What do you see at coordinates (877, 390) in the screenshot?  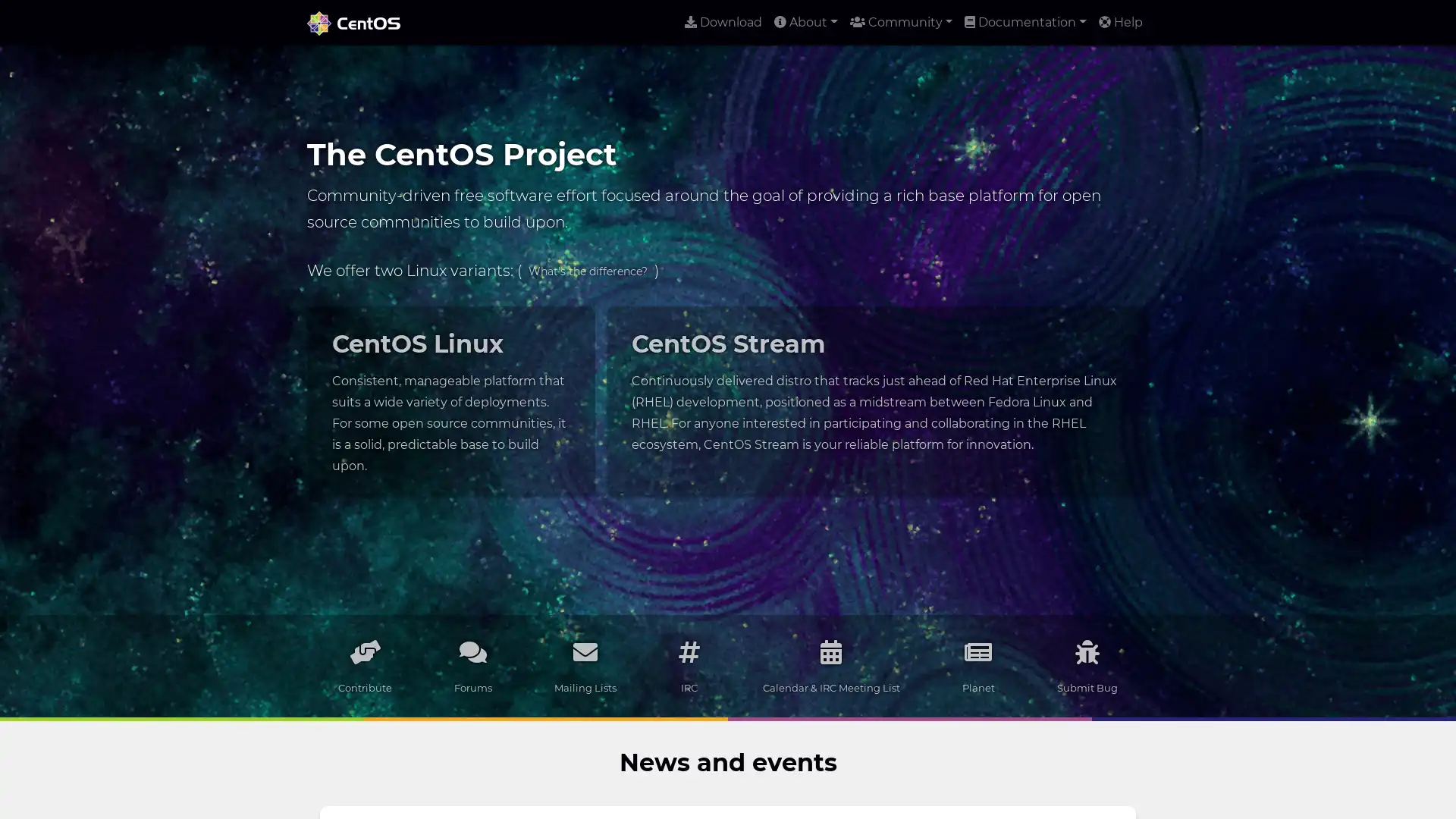 I see `CentOS Stream Continuously delivered distro that tracks just ahead of Red Hat Enterprise Linux (RHEL) development, positioned as a midstream between Fedora Linux and RHEL. For anyone interested in participating and collaborating in the RHEL ecosystem, CentOS Stream is your reliable platform for innovation.` at bounding box center [877, 390].